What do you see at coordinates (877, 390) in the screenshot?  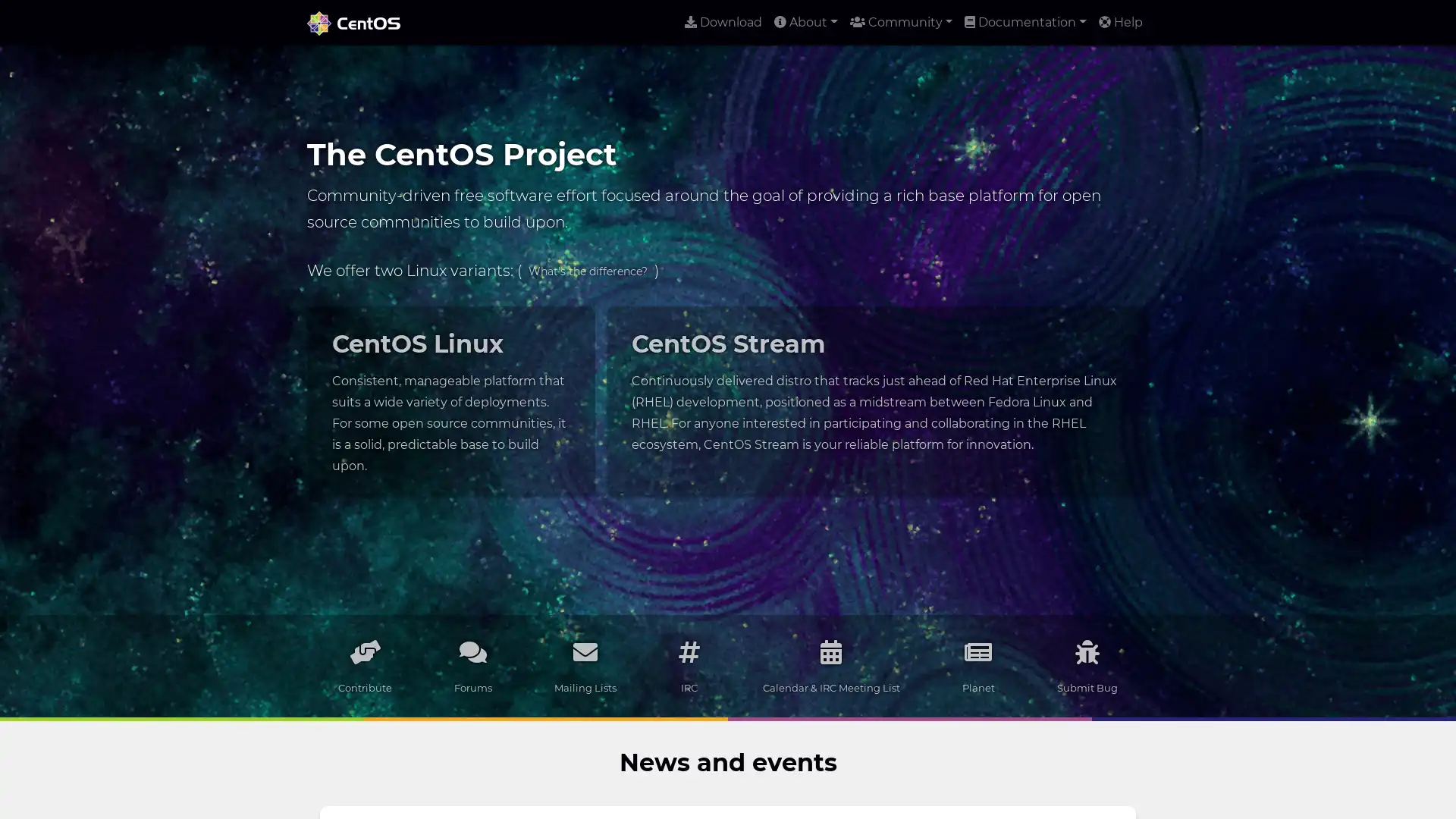 I see `CentOS Stream Continuously delivered distro that tracks just ahead of Red Hat Enterprise Linux (RHEL) development, positioned as a midstream between Fedora Linux and RHEL. For anyone interested in participating and collaborating in the RHEL ecosystem, CentOS Stream is your reliable platform for innovation.` at bounding box center [877, 390].